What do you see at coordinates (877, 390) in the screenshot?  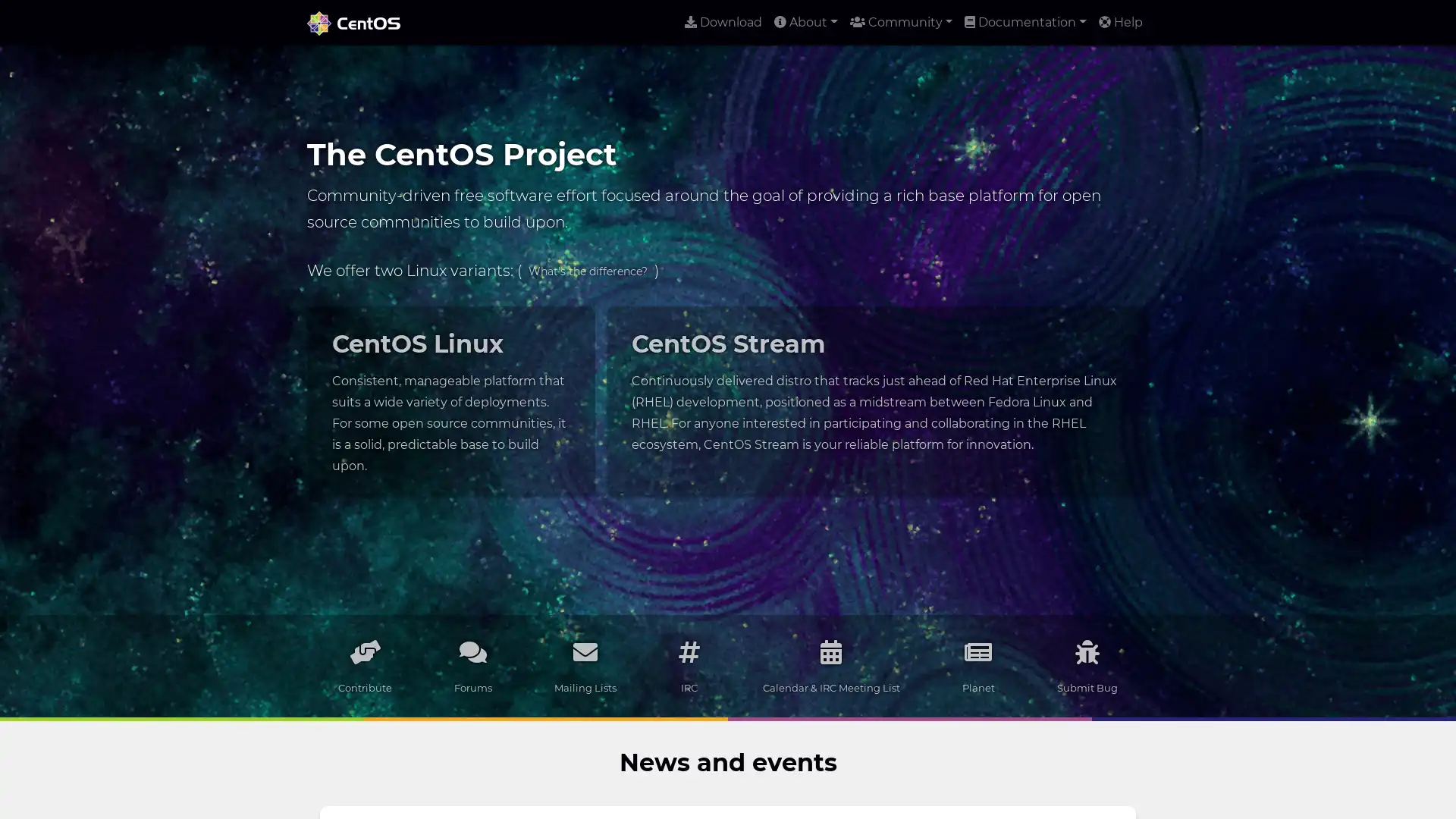 I see `CentOS Stream Continuously delivered distro that tracks just ahead of Red Hat Enterprise Linux (RHEL) development, positioned as a midstream between Fedora Linux and RHEL. For anyone interested in participating and collaborating in the RHEL ecosystem, CentOS Stream is your reliable platform for innovation.` at bounding box center [877, 390].